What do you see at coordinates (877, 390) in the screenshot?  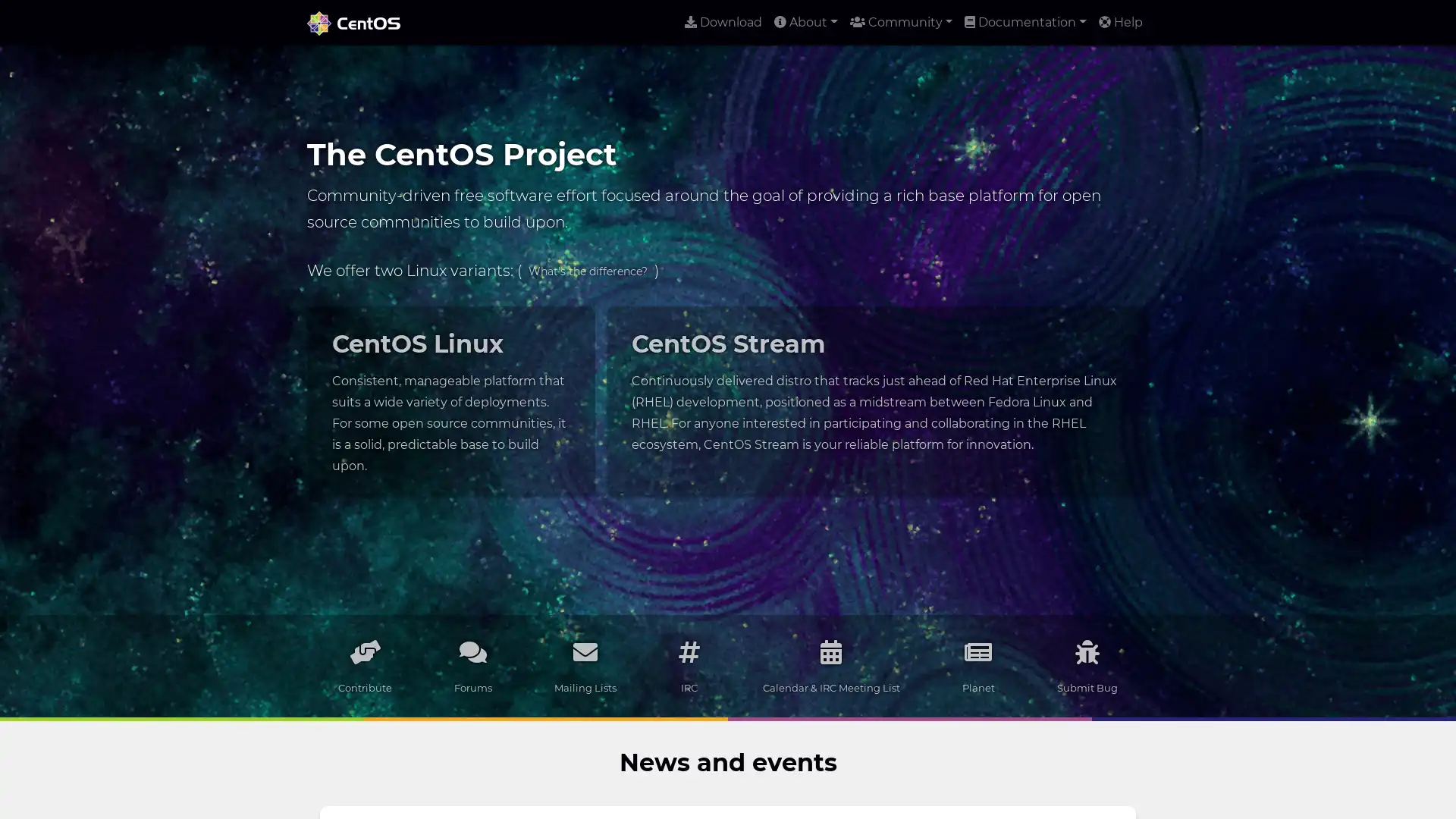 I see `CentOS Stream Continuously delivered distro that tracks just ahead of Red Hat Enterprise Linux (RHEL) development, positioned as a midstream between Fedora Linux and RHEL. For anyone interested in participating and collaborating in the RHEL ecosystem, CentOS Stream is your reliable platform for innovation.` at bounding box center [877, 390].